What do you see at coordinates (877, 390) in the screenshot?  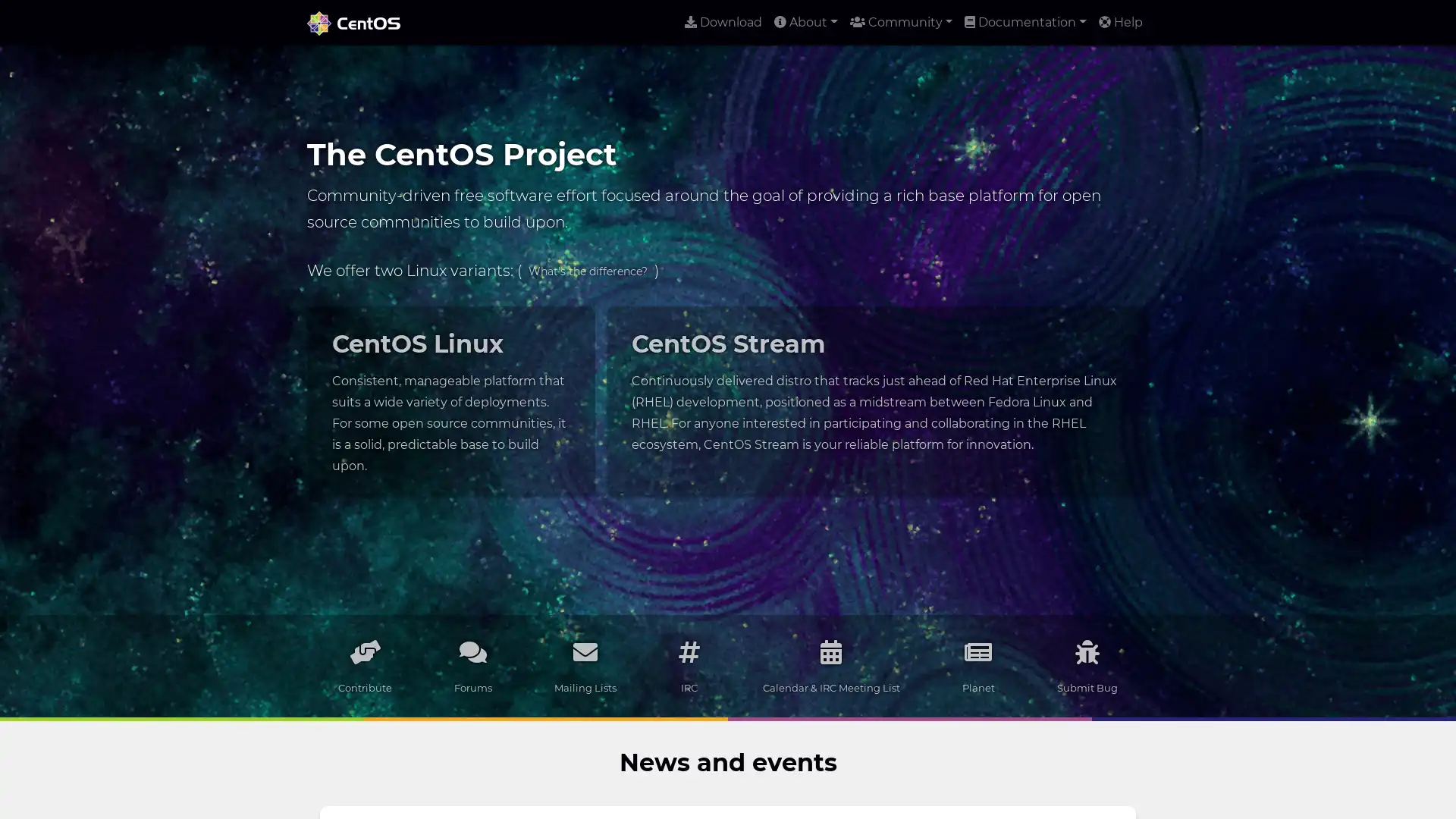 I see `CentOS Stream Continuously delivered distro that tracks just ahead of Red Hat Enterprise Linux (RHEL) development, positioned as a midstream between Fedora Linux and RHEL. For anyone interested in participating and collaborating in the RHEL ecosystem, CentOS Stream is your reliable platform for innovation.` at bounding box center [877, 390].